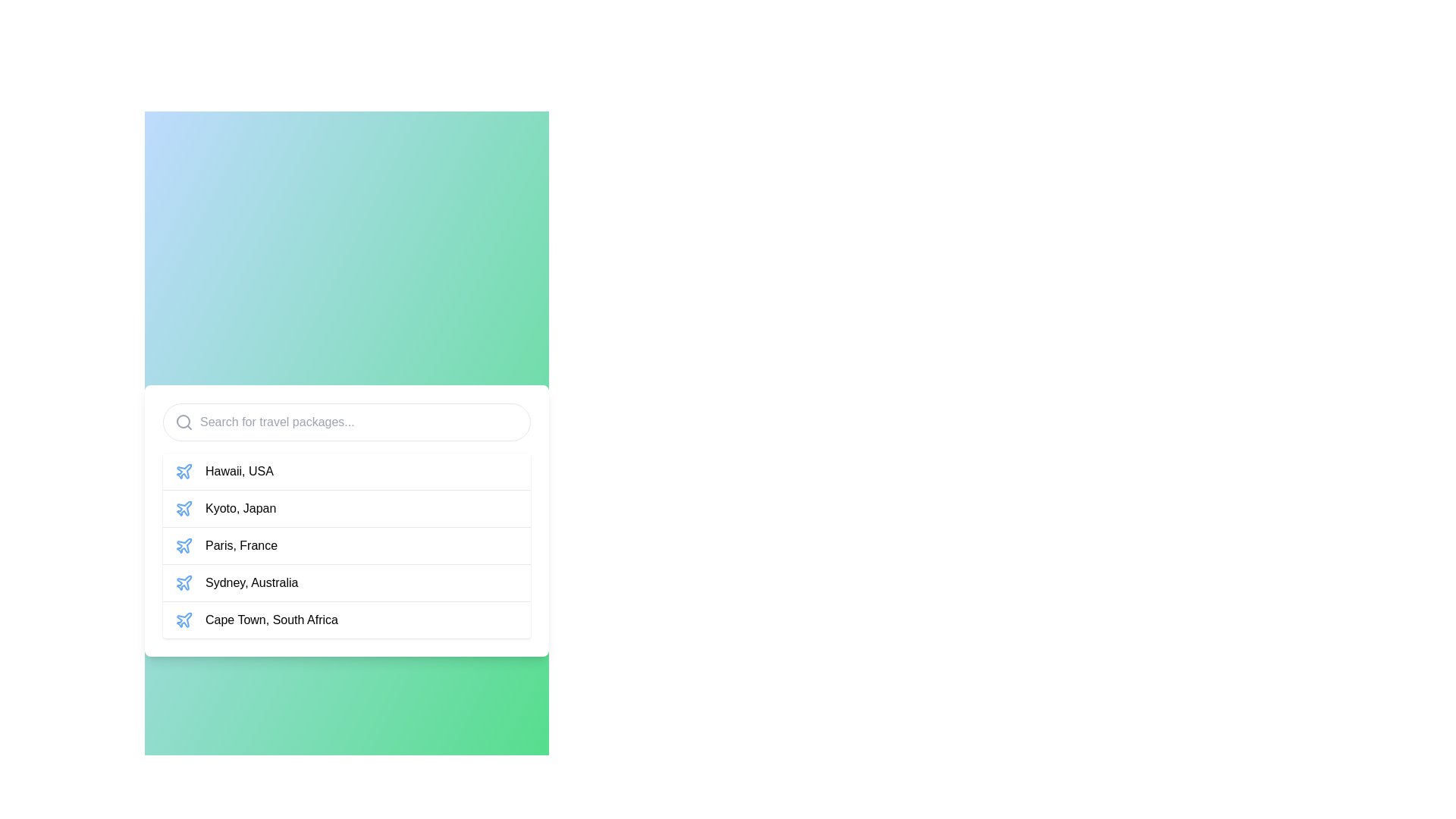 The height and width of the screenshot is (819, 1456). I want to click on to select the destination 'Paris, France' from the list of travel destinations, which is the third item in the list, so click(346, 546).